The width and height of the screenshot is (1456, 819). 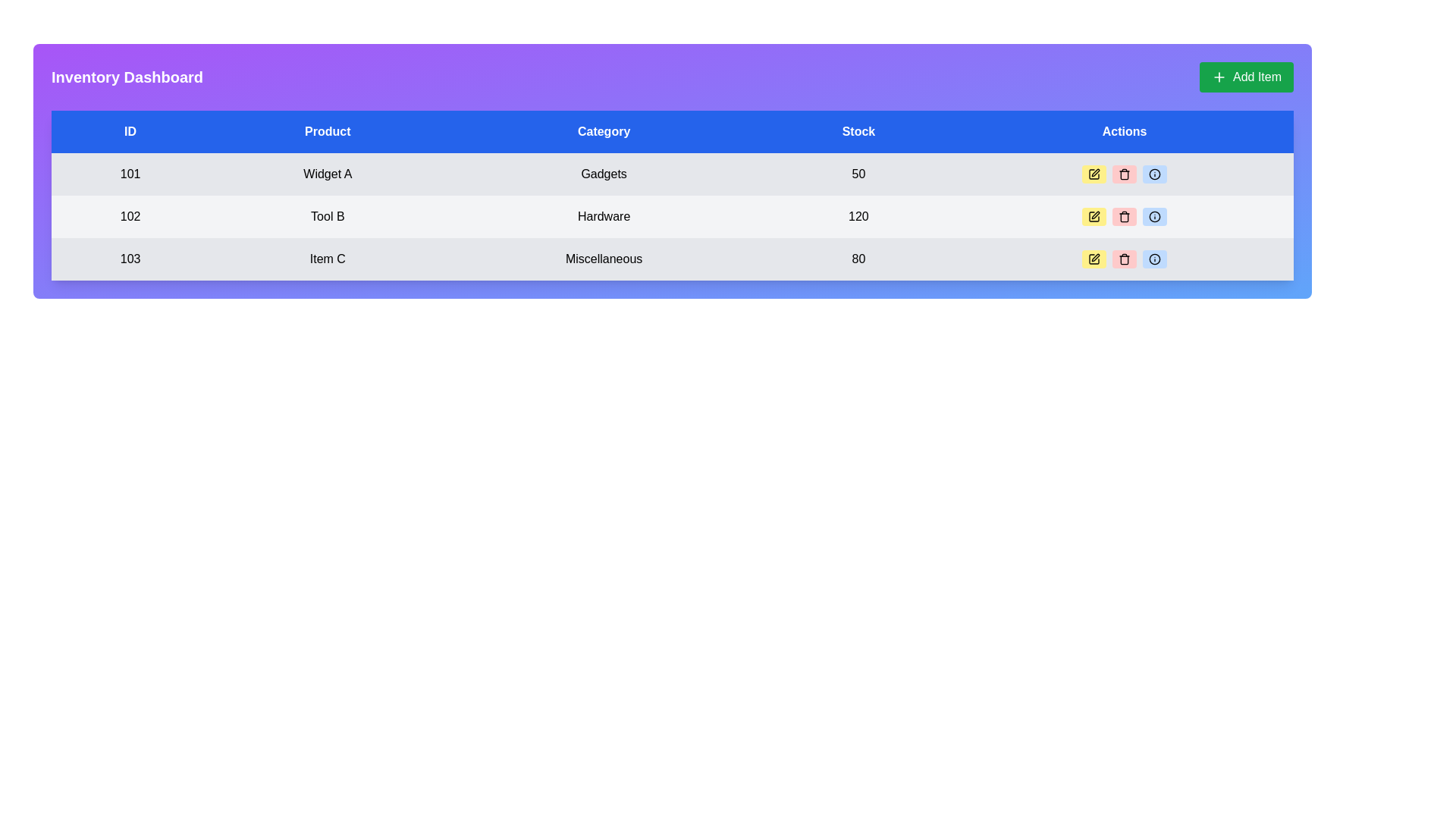 What do you see at coordinates (603, 259) in the screenshot?
I see `the Text display field that shows the category name for 'Item C' in the third row and third column of the data table` at bounding box center [603, 259].